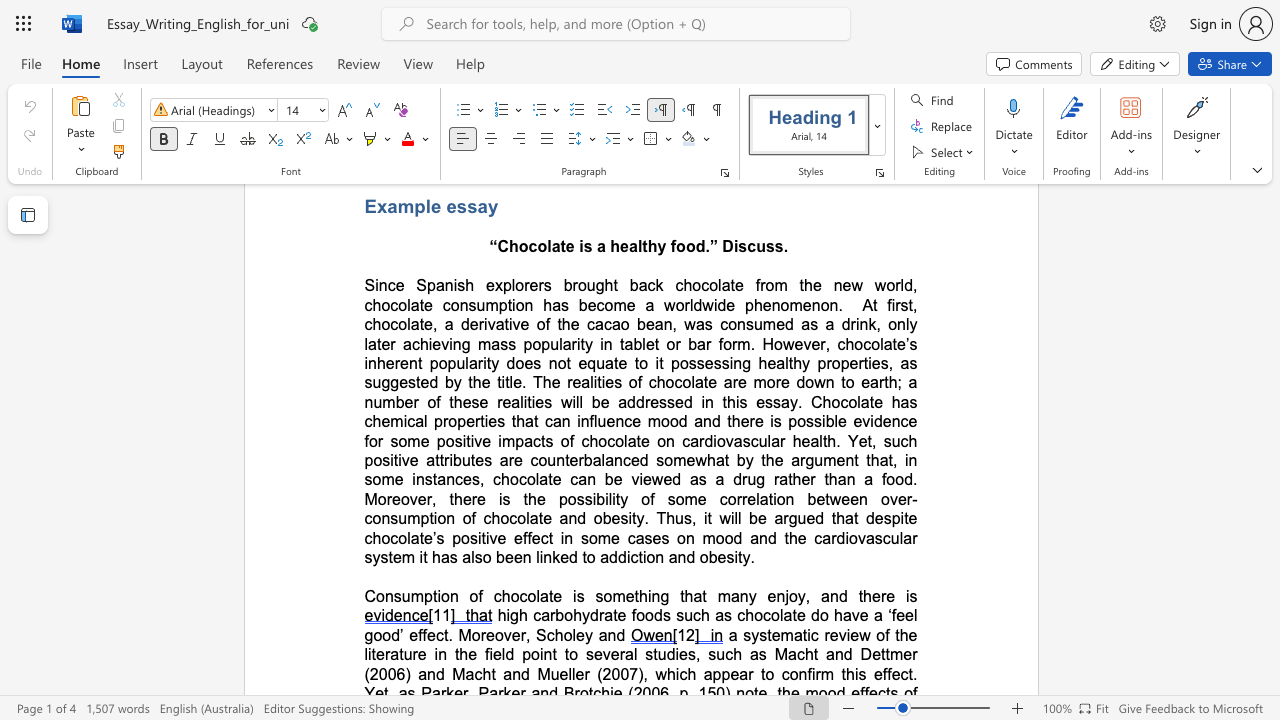 The width and height of the screenshot is (1280, 720). Describe the element at coordinates (642, 245) in the screenshot. I see `the subset text "thy food.” Discuss" within the text "Chocolate is a healthy food.” Discuss."` at that location.